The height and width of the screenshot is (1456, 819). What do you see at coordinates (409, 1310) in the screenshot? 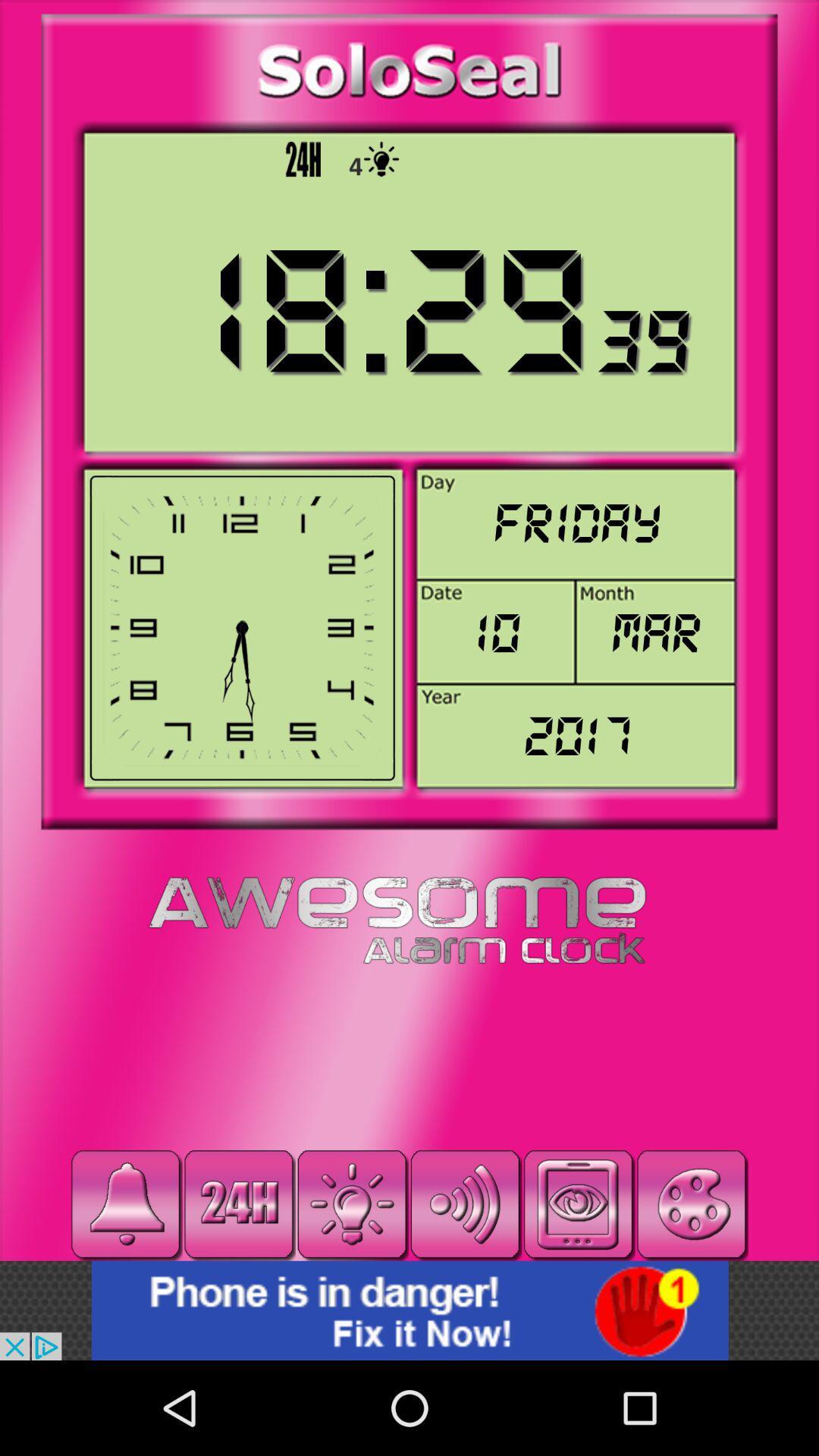
I see `phone advertisement` at bounding box center [409, 1310].